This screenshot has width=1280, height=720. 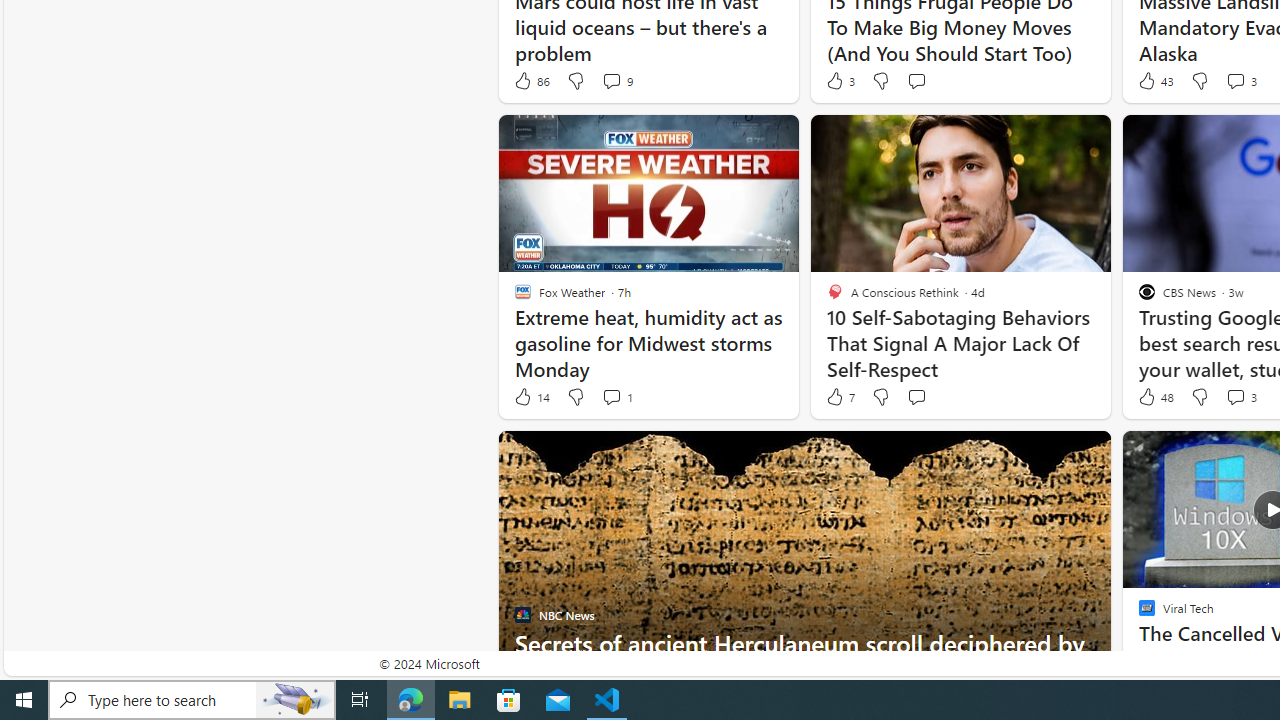 What do you see at coordinates (1154, 80) in the screenshot?
I see `'43 Like'` at bounding box center [1154, 80].